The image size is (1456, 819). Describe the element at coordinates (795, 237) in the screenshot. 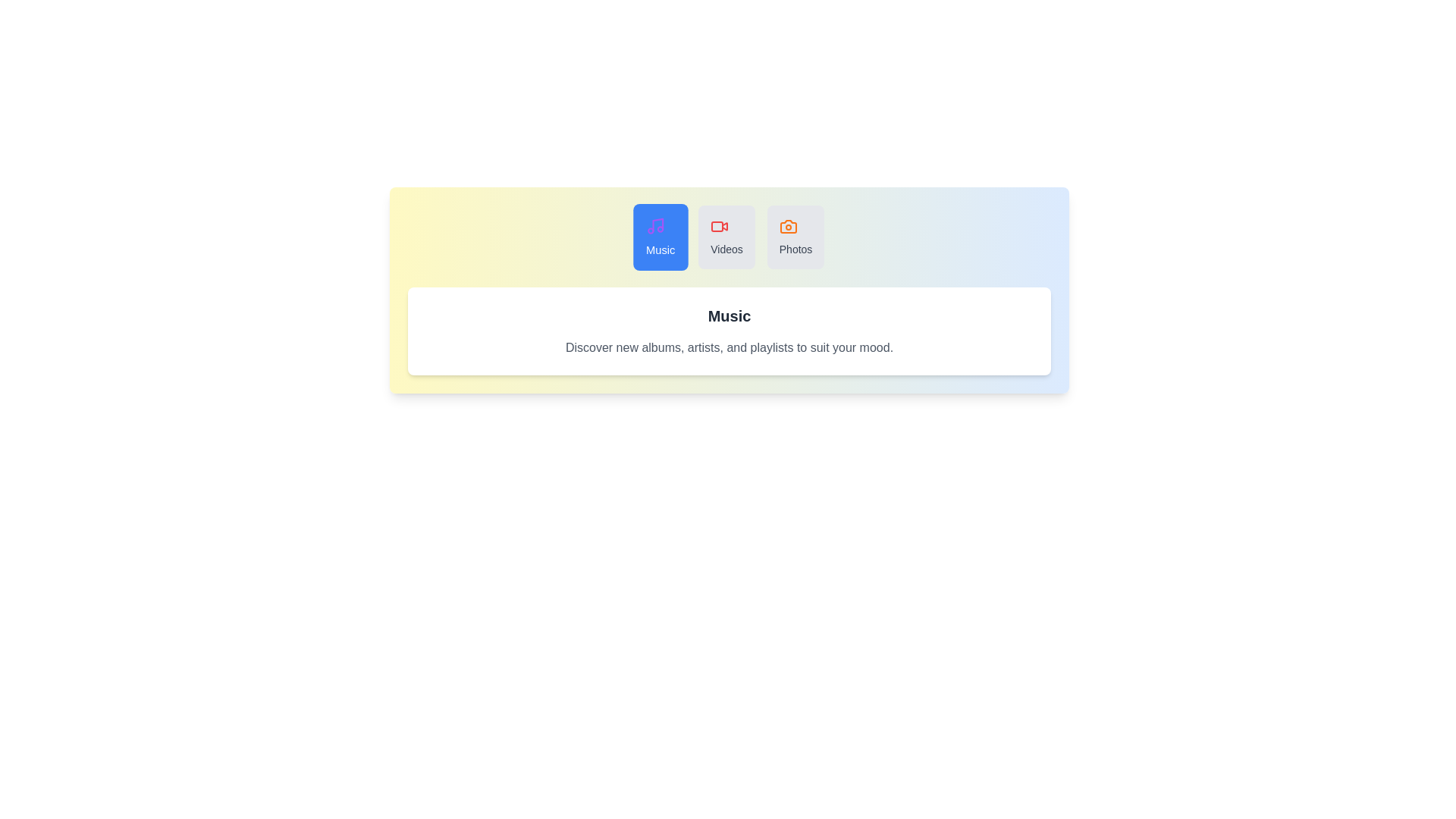

I see `the Photos tab in the MultimediaTabs component` at that location.